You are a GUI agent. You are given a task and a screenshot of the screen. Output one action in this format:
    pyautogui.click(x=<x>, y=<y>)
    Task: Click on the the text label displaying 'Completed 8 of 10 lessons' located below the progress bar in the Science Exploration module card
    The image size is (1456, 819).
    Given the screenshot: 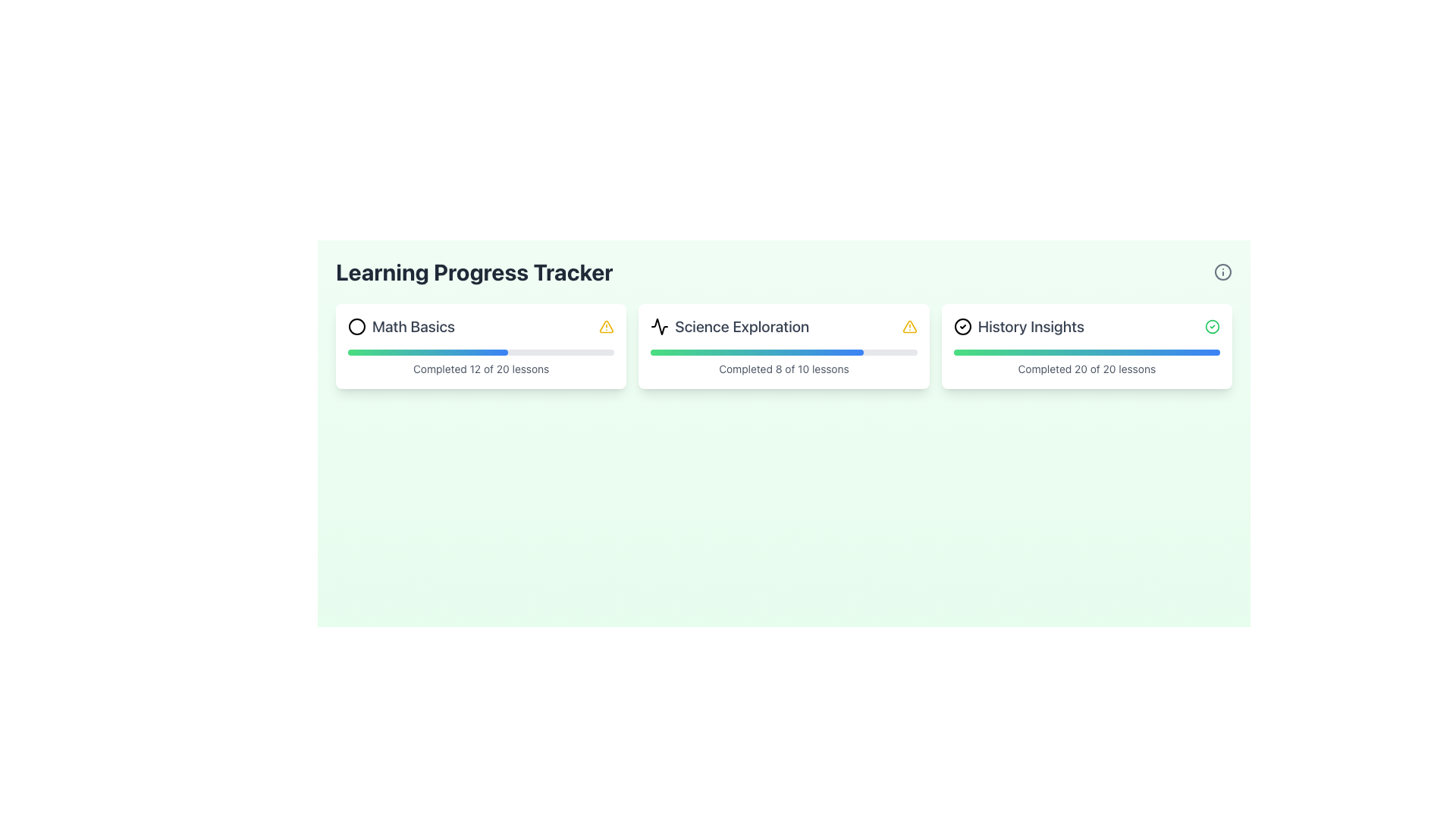 What is the action you would take?
    pyautogui.click(x=783, y=369)
    